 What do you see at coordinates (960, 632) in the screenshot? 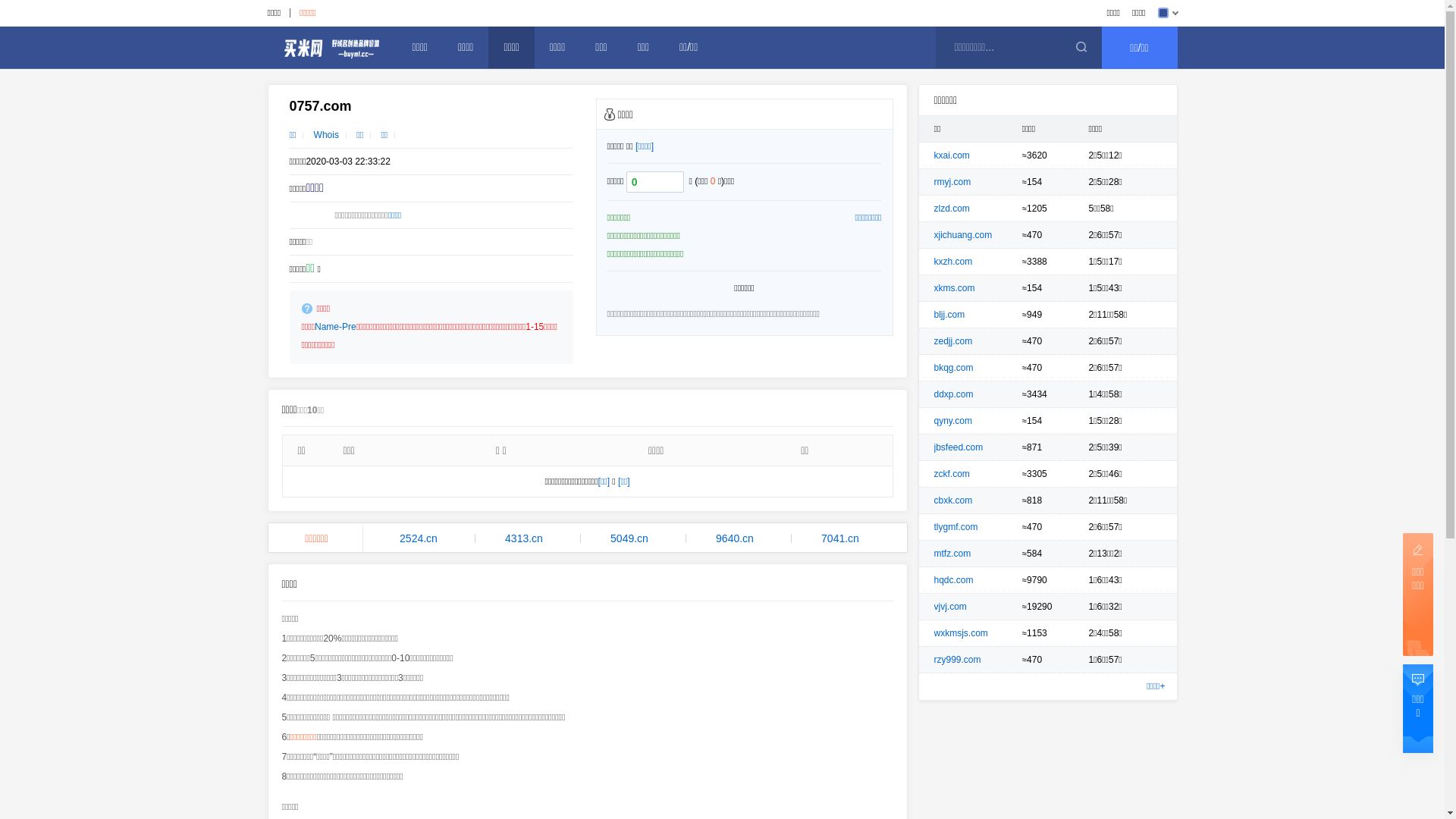
I see `'wxkmsjs.com'` at bounding box center [960, 632].